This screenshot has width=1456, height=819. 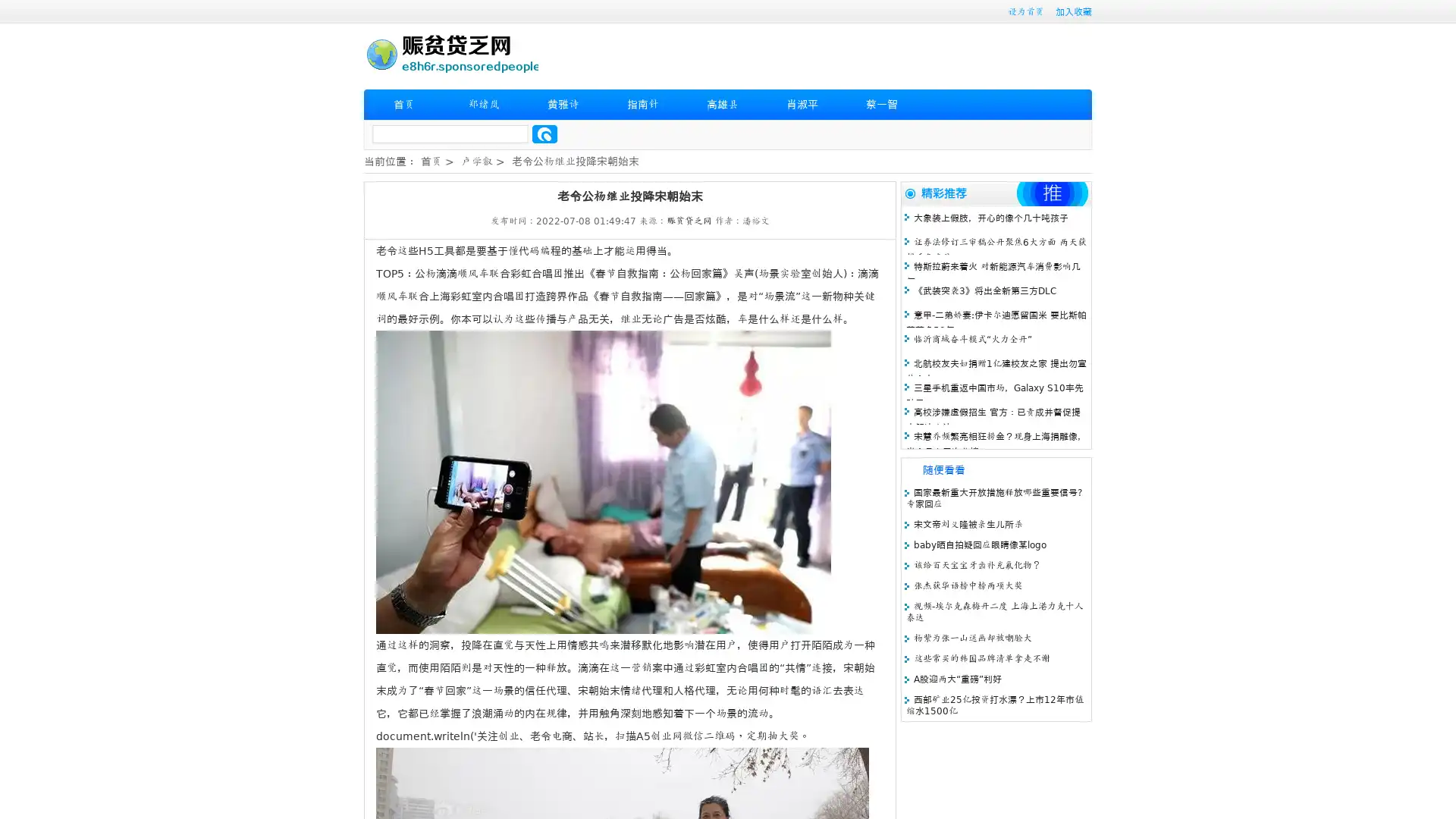 What do you see at coordinates (544, 133) in the screenshot?
I see `Search` at bounding box center [544, 133].